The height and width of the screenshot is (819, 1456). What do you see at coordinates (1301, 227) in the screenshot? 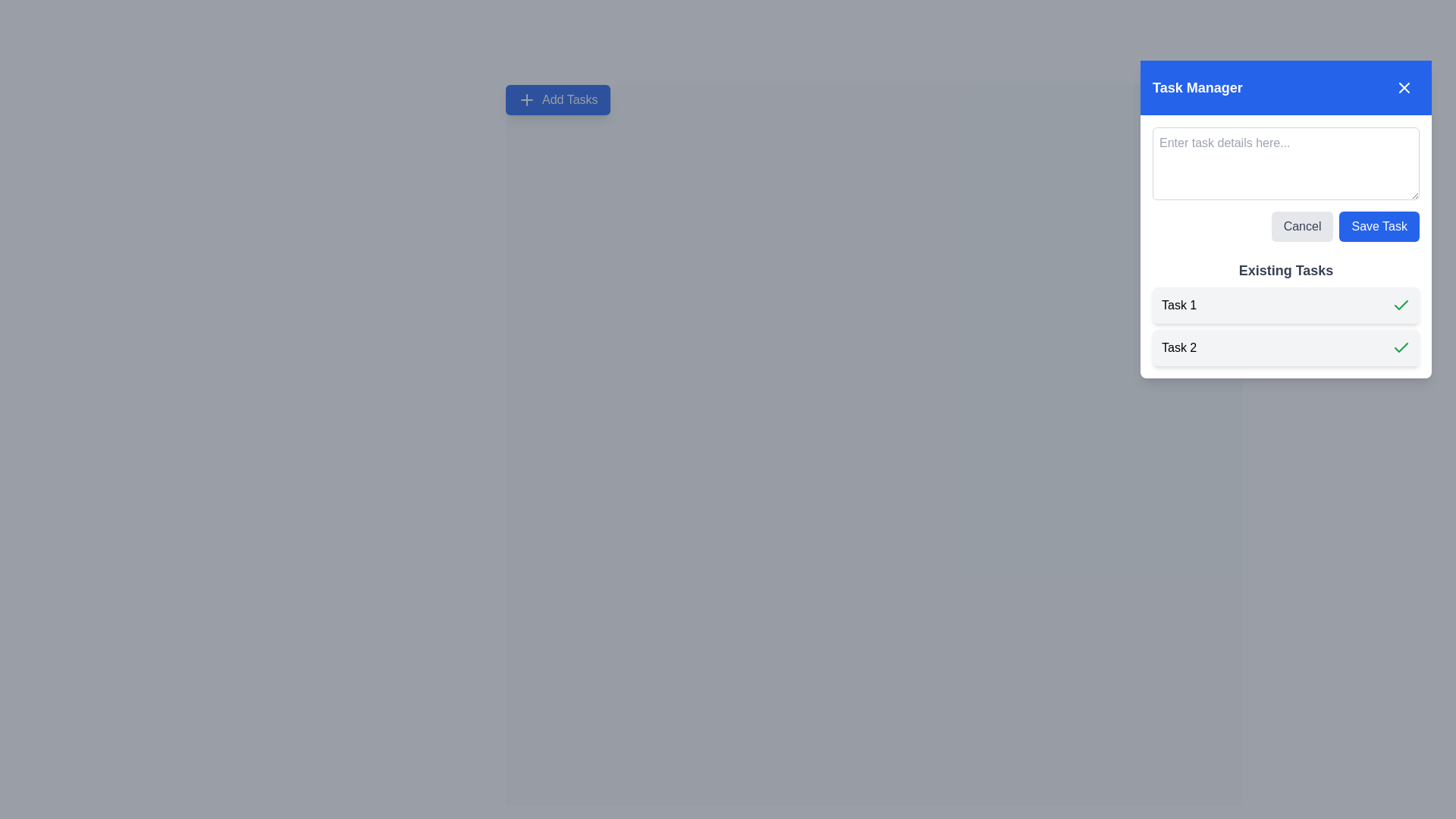
I see `the 'Cancel' button located in the bottom-right section of the 'Task Manager' modal` at bounding box center [1301, 227].